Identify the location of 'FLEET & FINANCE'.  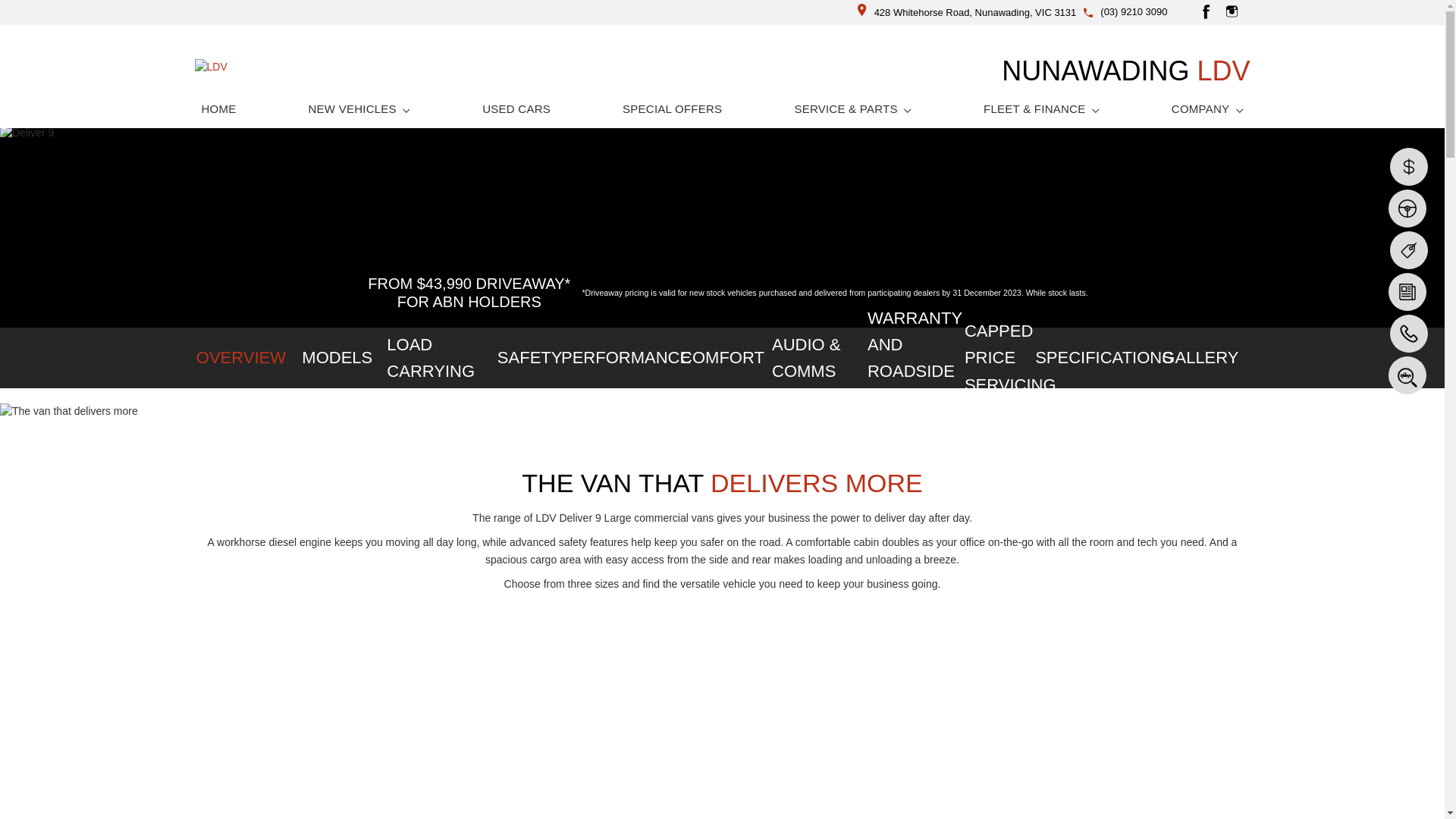
(1040, 108).